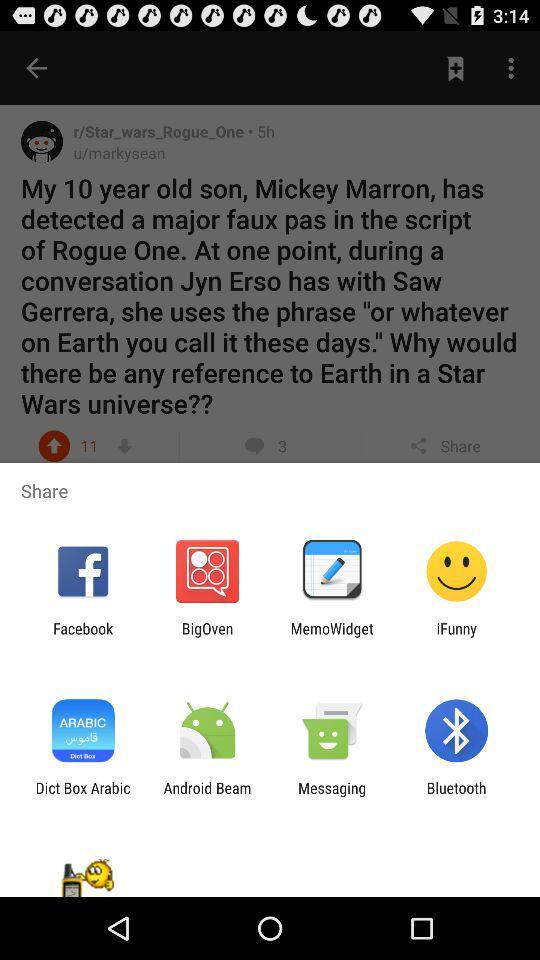 Image resolution: width=540 pixels, height=960 pixels. I want to click on item to the right of messaging, so click(456, 796).